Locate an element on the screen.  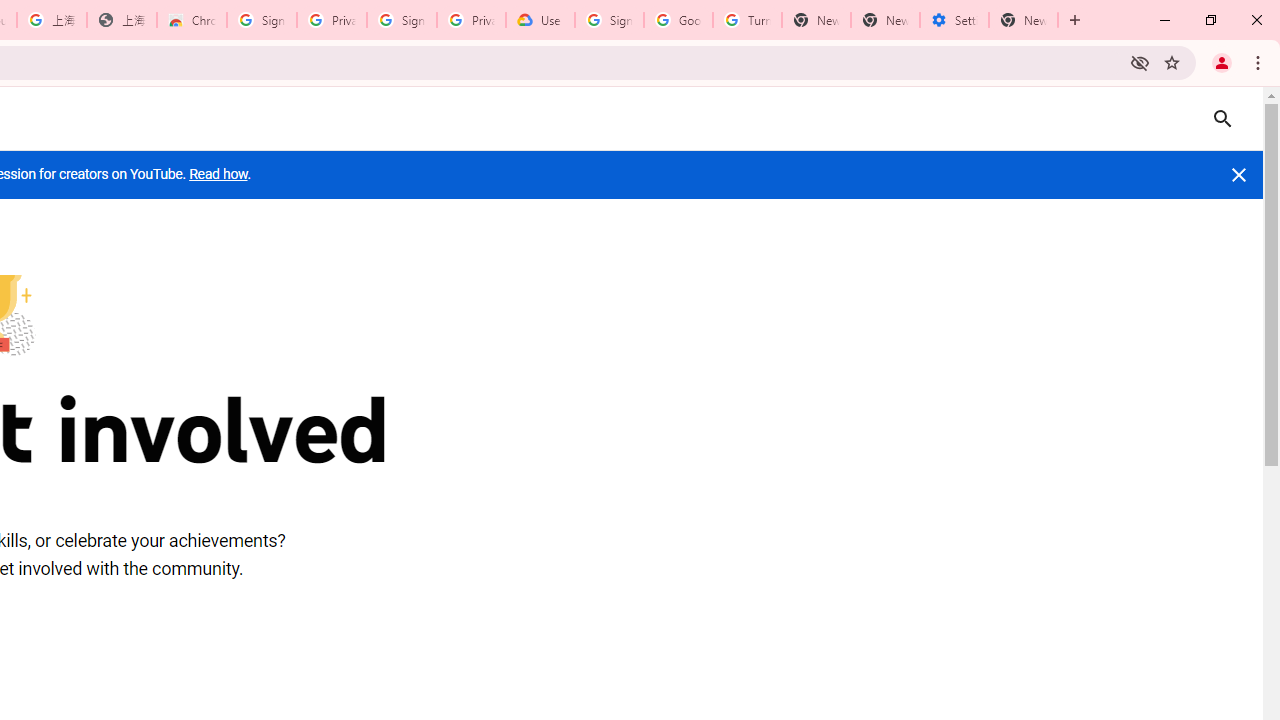
'Google Account Help' is located at coordinates (678, 20).